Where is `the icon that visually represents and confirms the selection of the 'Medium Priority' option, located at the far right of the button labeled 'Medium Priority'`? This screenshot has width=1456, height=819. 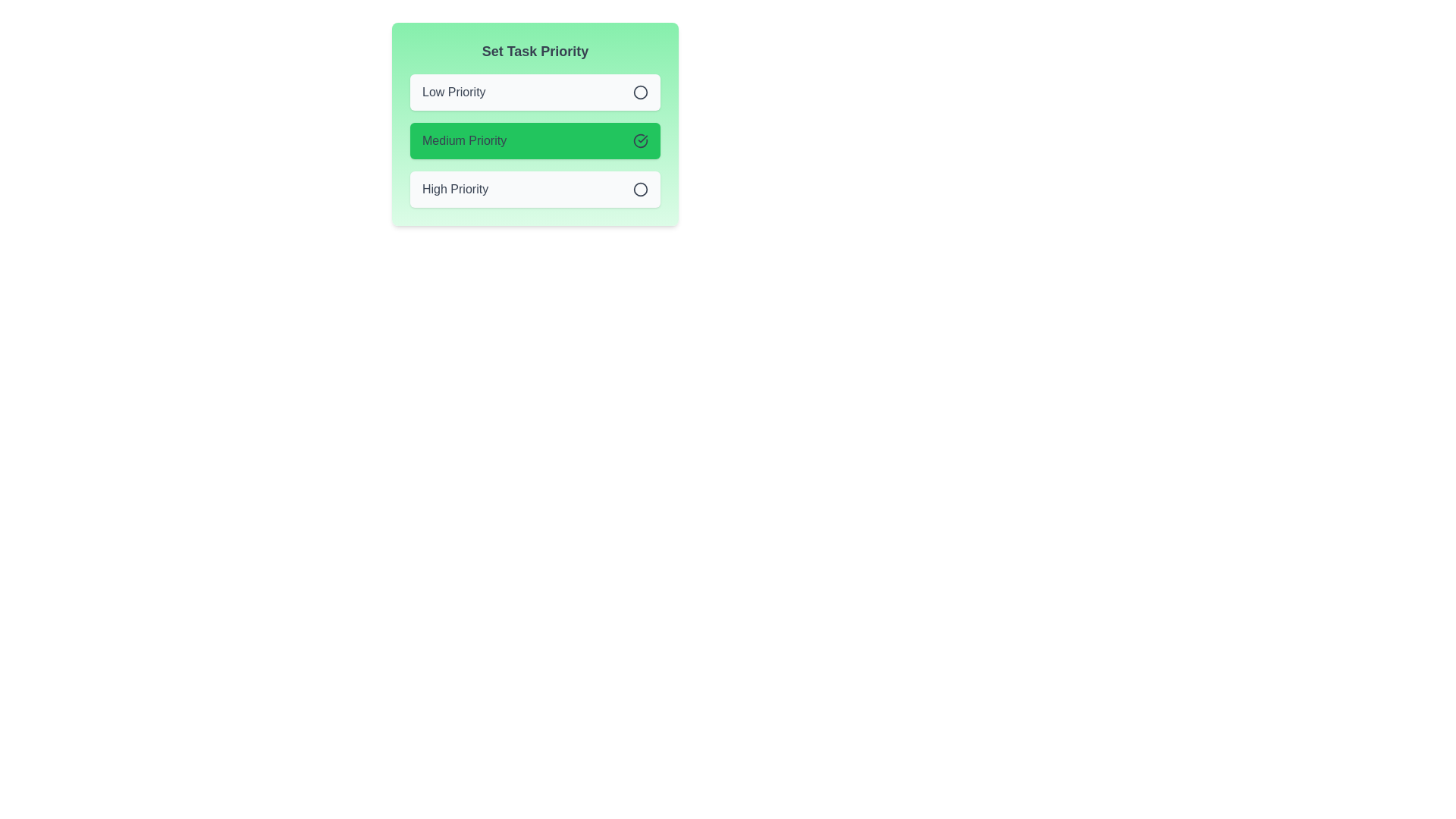
the icon that visually represents and confirms the selection of the 'Medium Priority' option, located at the far right of the button labeled 'Medium Priority' is located at coordinates (640, 140).